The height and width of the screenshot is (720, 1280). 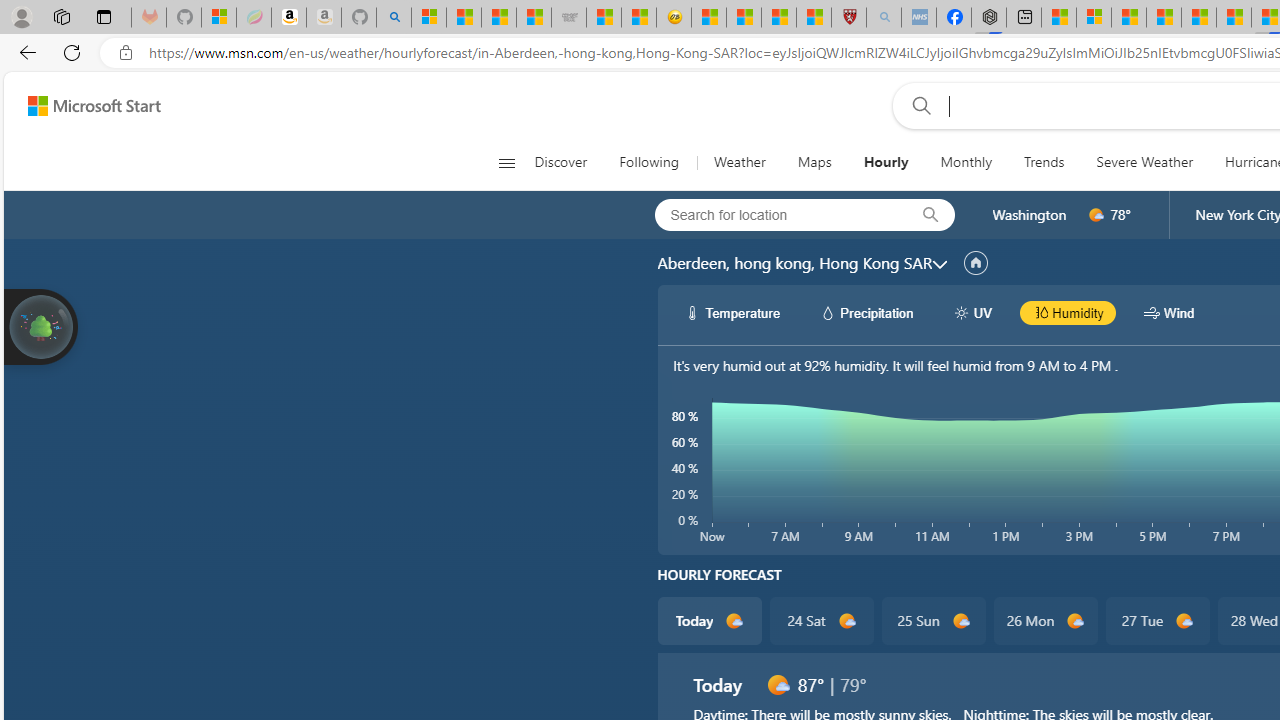 What do you see at coordinates (929, 215) in the screenshot?
I see `'locationBar/search'` at bounding box center [929, 215].